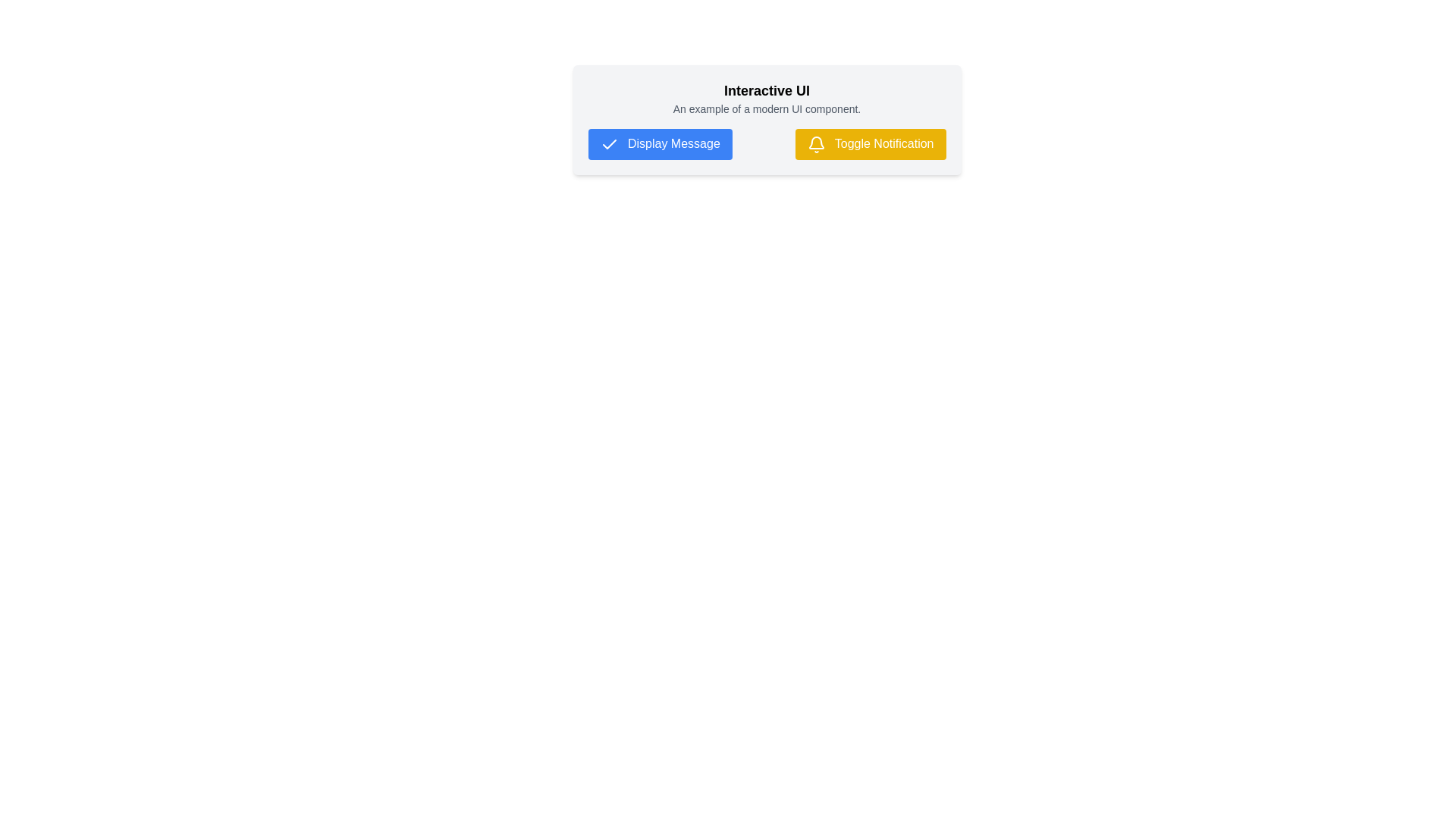 The height and width of the screenshot is (819, 1456). Describe the element at coordinates (815, 144) in the screenshot. I see `the bell icon within the 'Toggle Notification' button located at the bottom-right corner of the card under 'Interactive UI'` at that location.